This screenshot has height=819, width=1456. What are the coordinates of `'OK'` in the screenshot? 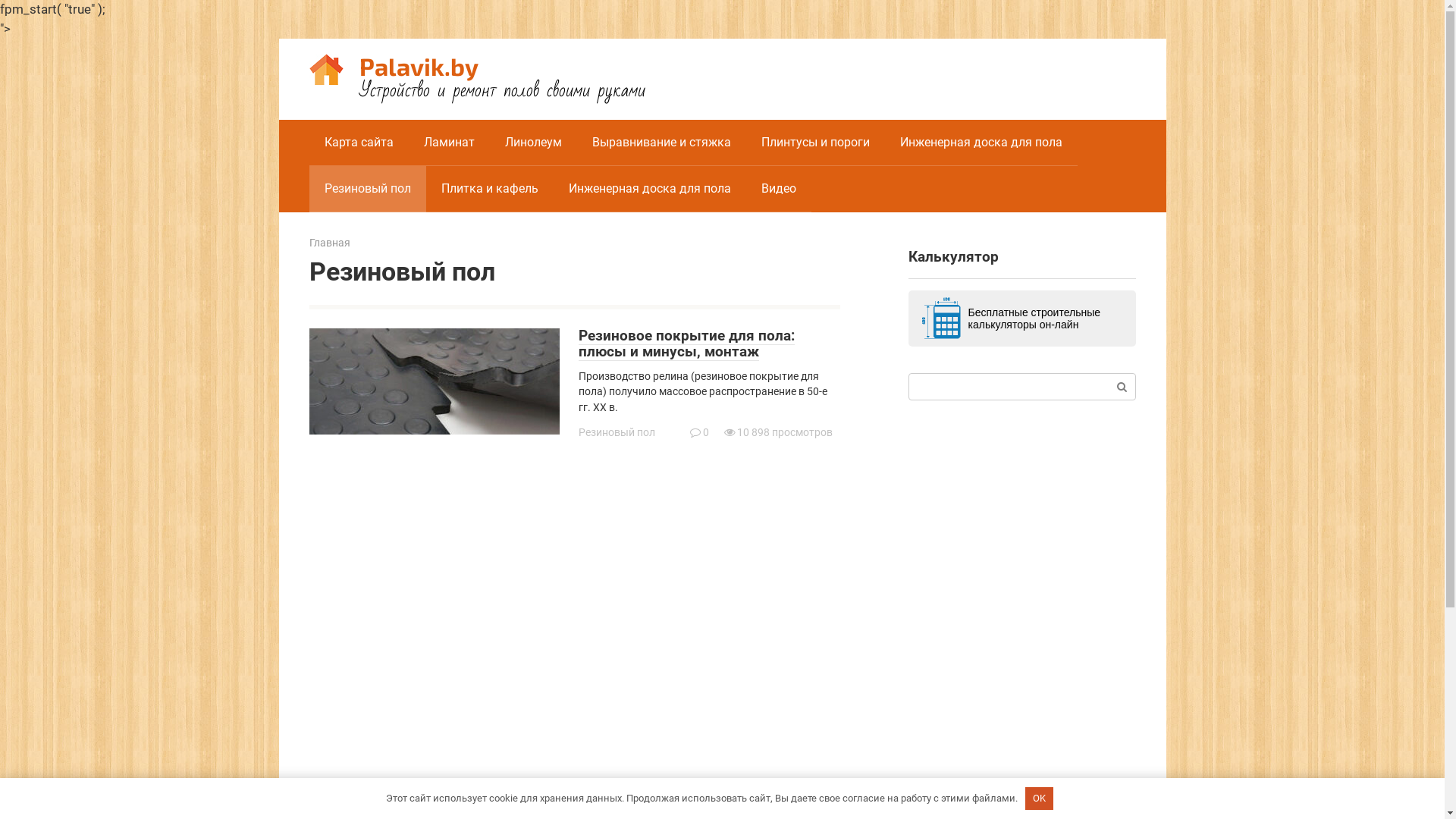 It's located at (1039, 798).